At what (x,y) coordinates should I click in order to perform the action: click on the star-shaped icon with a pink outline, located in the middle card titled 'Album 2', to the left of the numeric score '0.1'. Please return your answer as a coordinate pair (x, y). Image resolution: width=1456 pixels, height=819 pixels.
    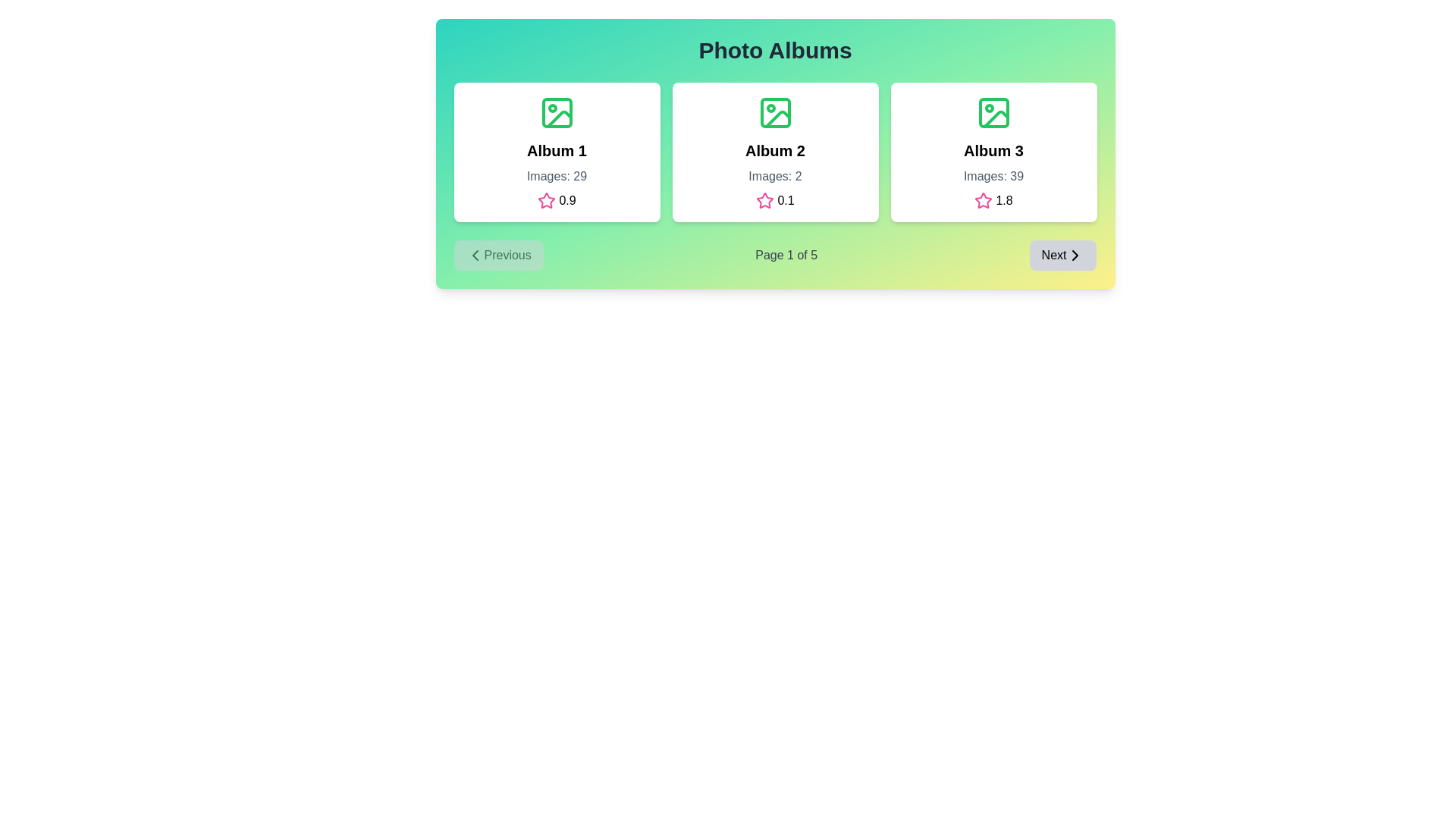
    Looking at the image, I should click on (765, 200).